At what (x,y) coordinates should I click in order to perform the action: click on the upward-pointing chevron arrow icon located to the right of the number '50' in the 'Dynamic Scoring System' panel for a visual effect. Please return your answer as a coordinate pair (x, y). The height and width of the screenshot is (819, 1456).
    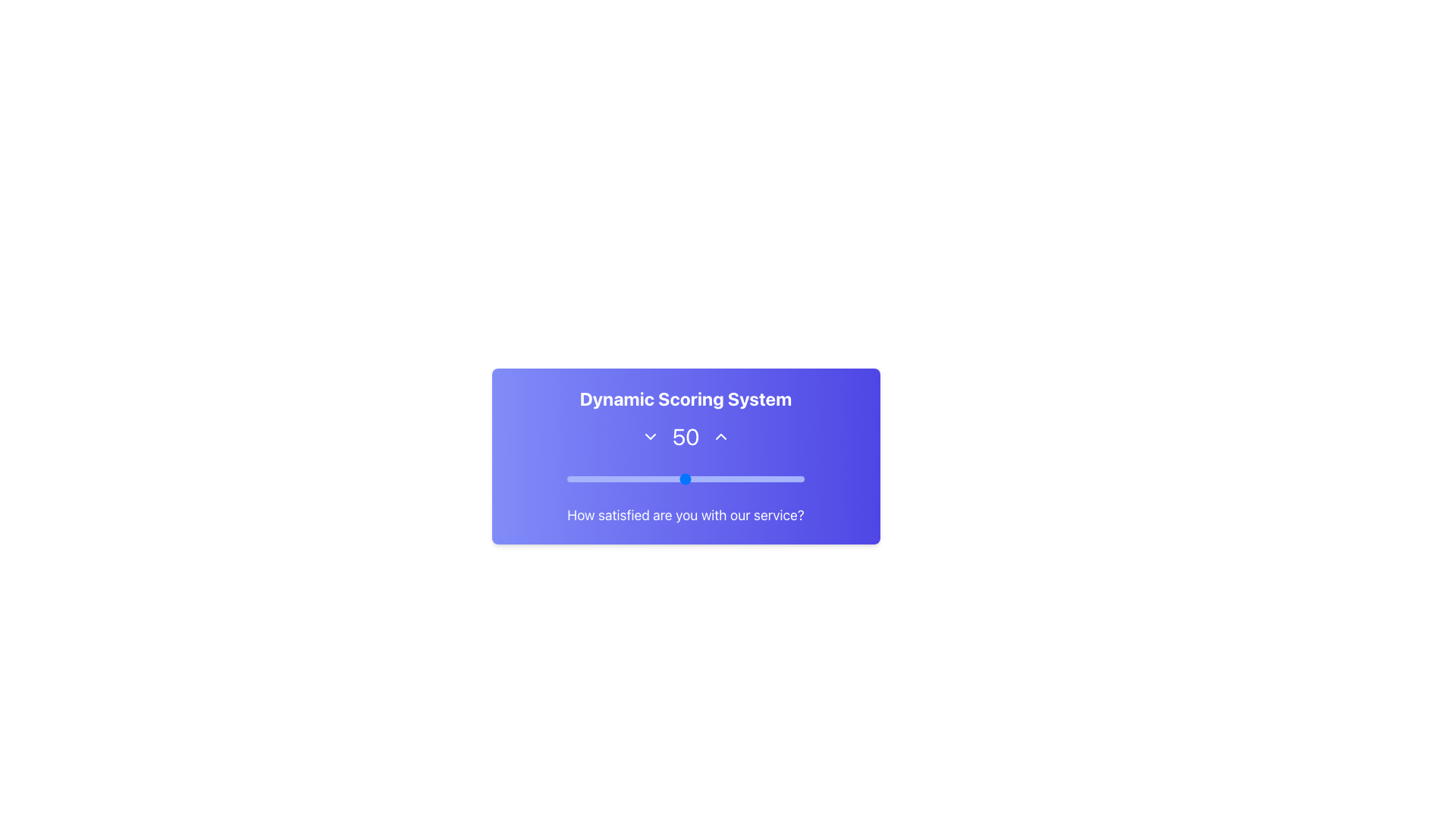
    Looking at the image, I should click on (720, 436).